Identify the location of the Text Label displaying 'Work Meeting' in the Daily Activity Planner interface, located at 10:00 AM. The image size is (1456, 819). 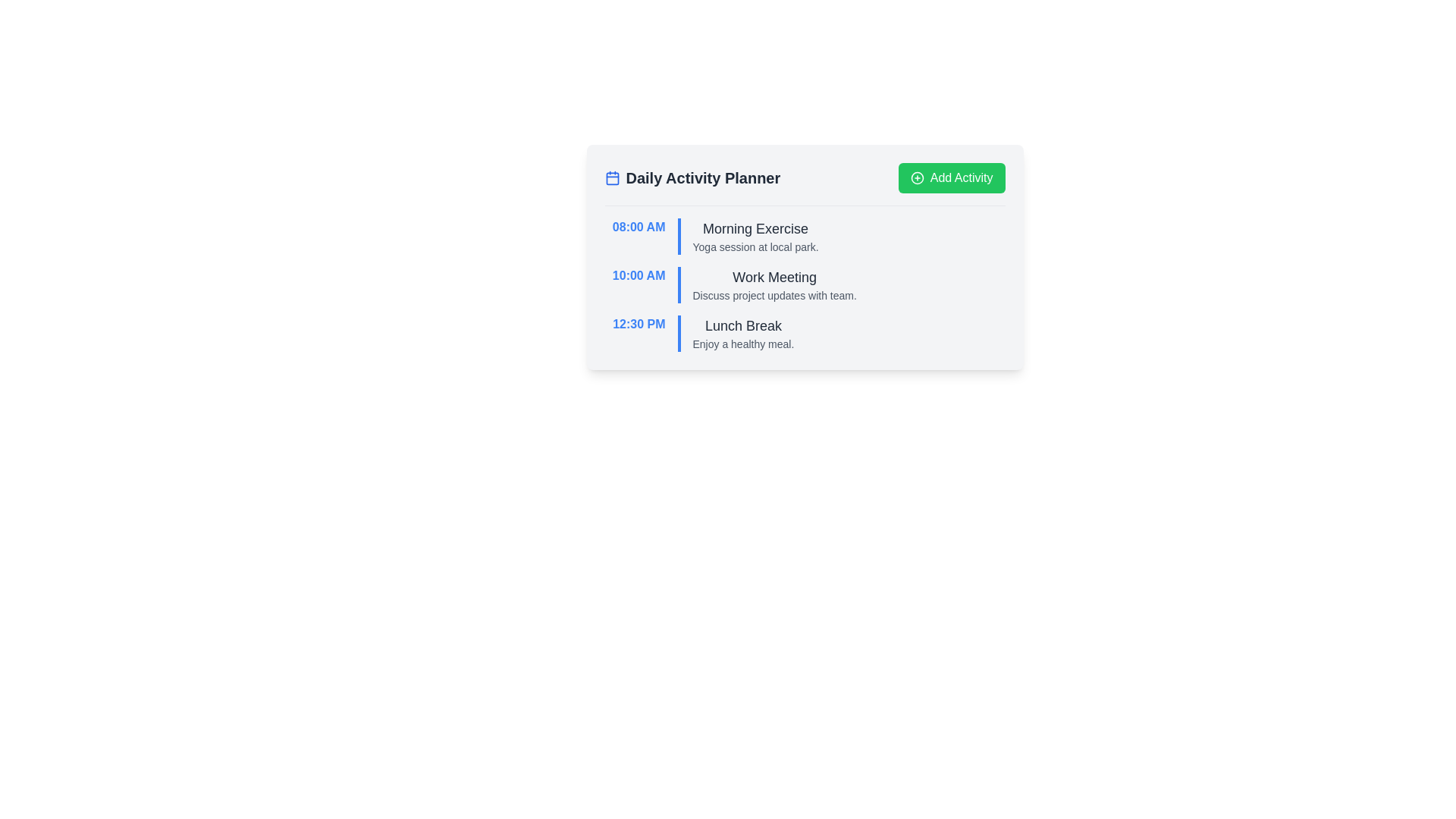
(774, 278).